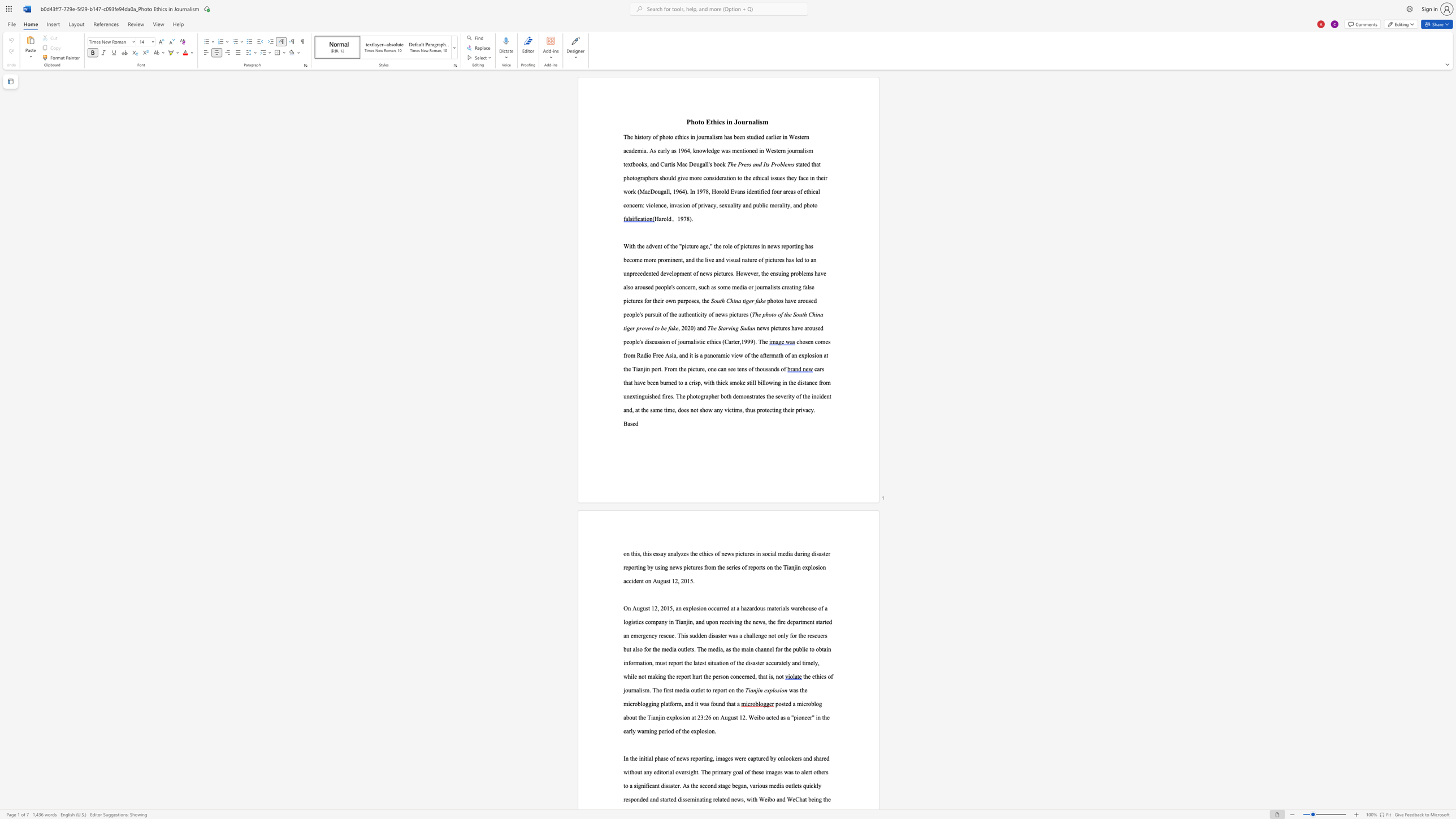 The image size is (1456, 819). What do you see at coordinates (738, 300) in the screenshot?
I see `the subset text "a t" within the text "South China tiger fake"` at bounding box center [738, 300].